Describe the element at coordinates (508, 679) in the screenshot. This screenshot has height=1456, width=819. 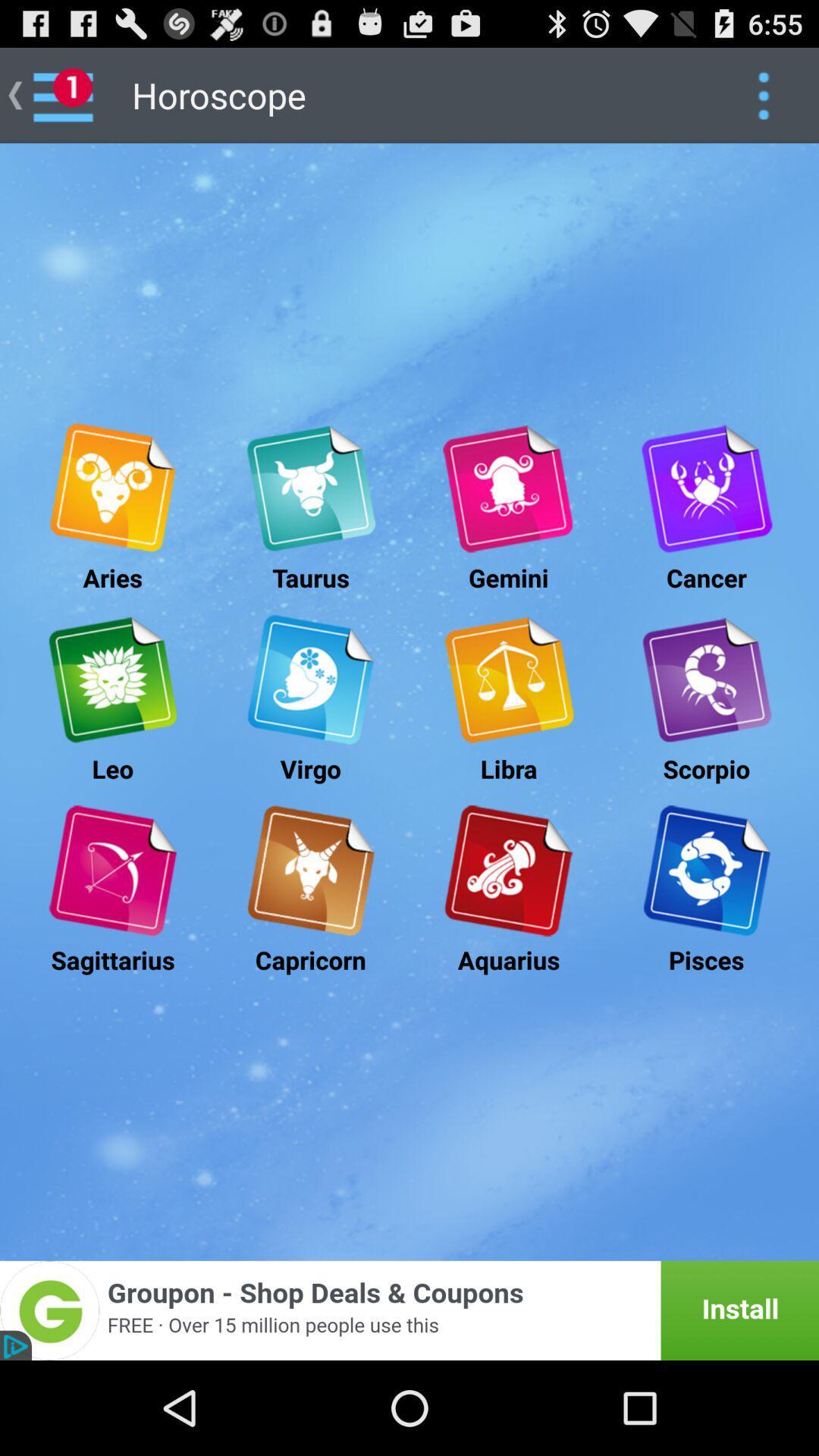
I see `zodaic` at that location.